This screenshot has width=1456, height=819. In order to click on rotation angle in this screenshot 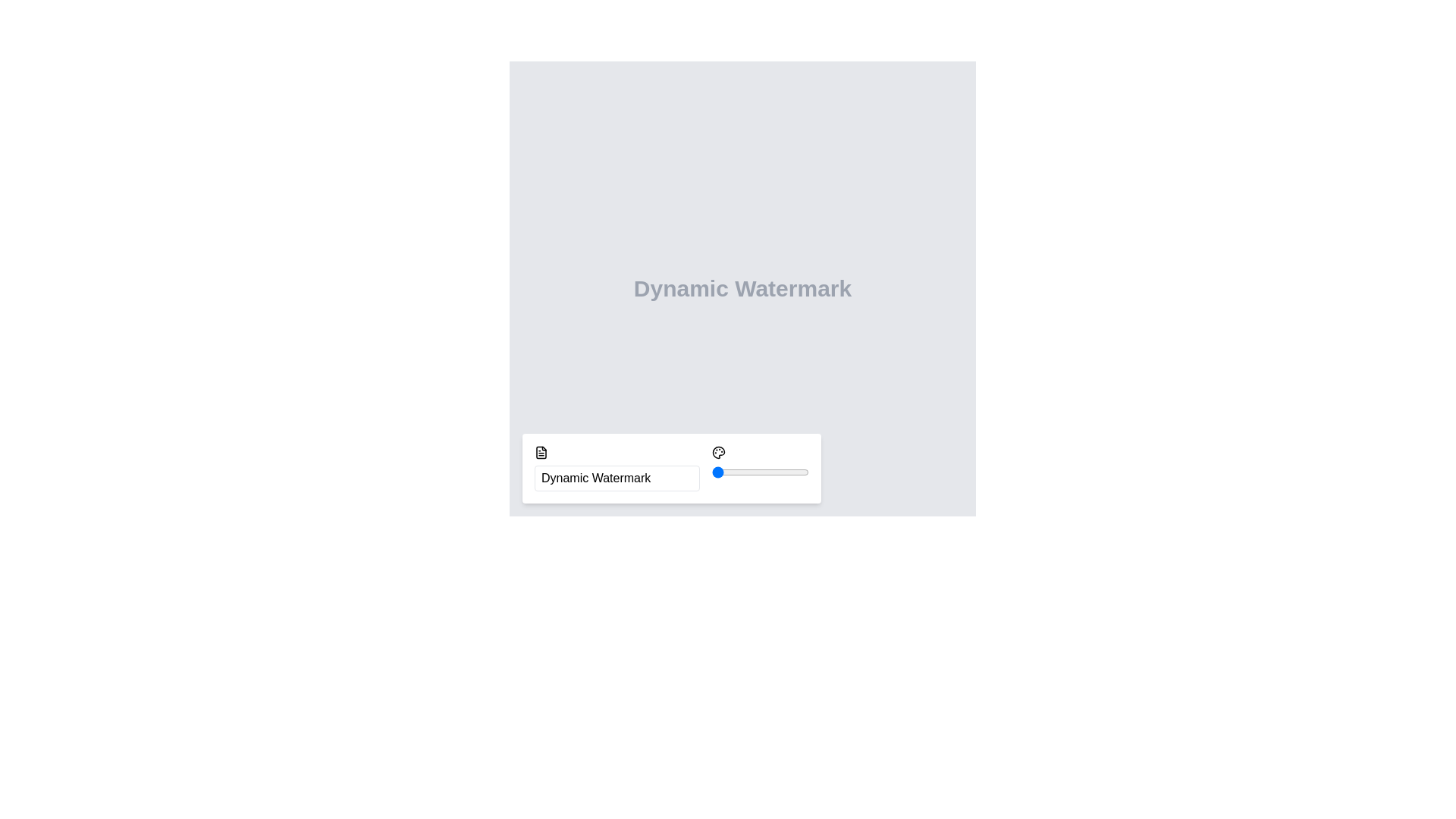, I will do `click(749, 472)`.